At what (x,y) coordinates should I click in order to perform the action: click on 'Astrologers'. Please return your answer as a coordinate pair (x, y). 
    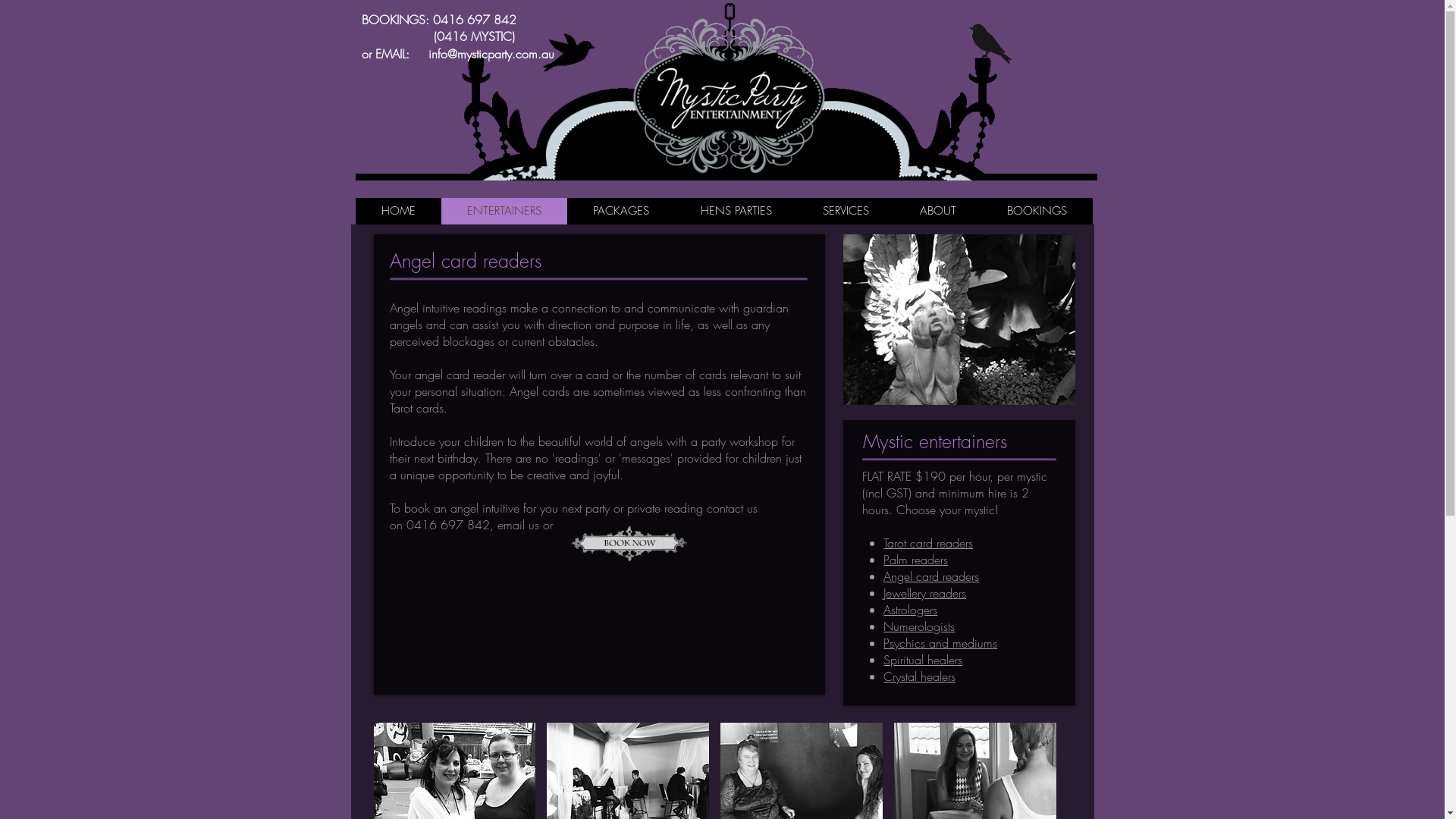
    Looking at the image, I should click on (910, 608).